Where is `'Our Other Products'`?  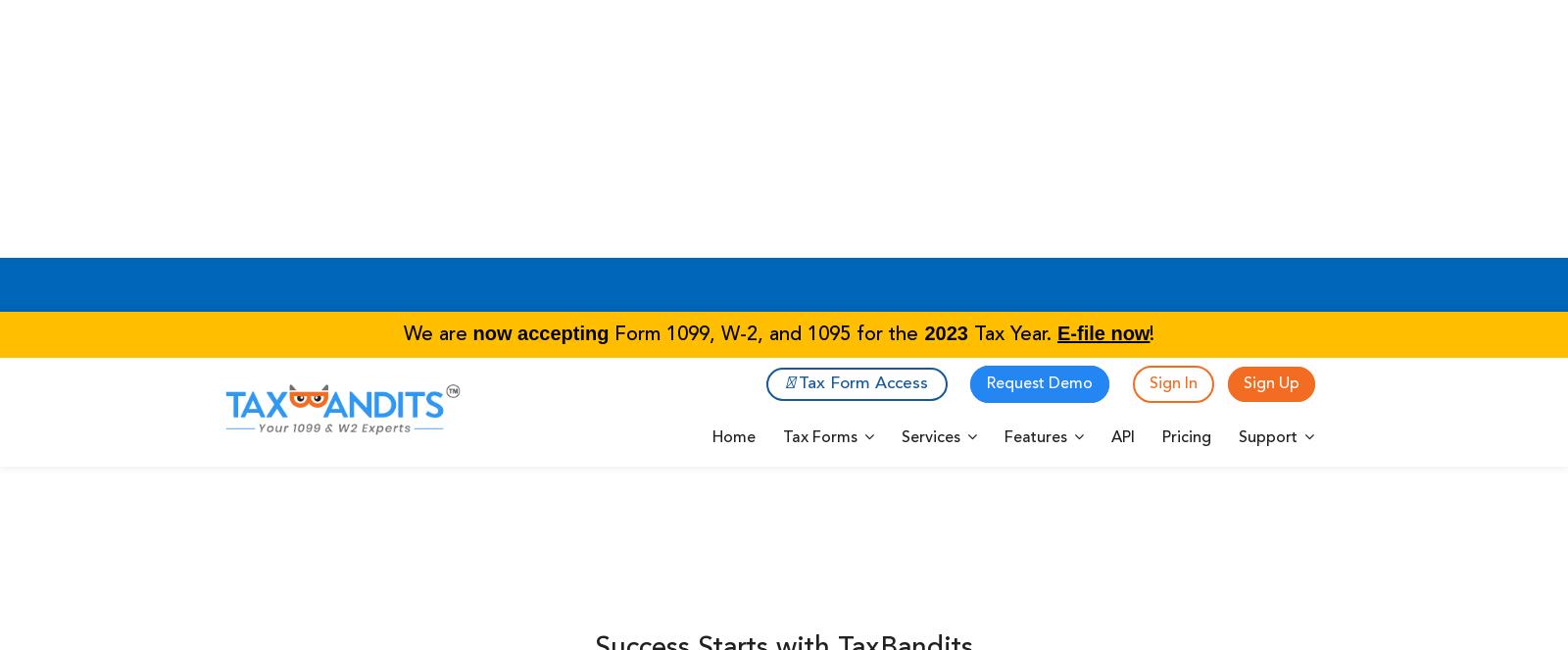
'Our Other Products' is located at coordinates (1179, 581).